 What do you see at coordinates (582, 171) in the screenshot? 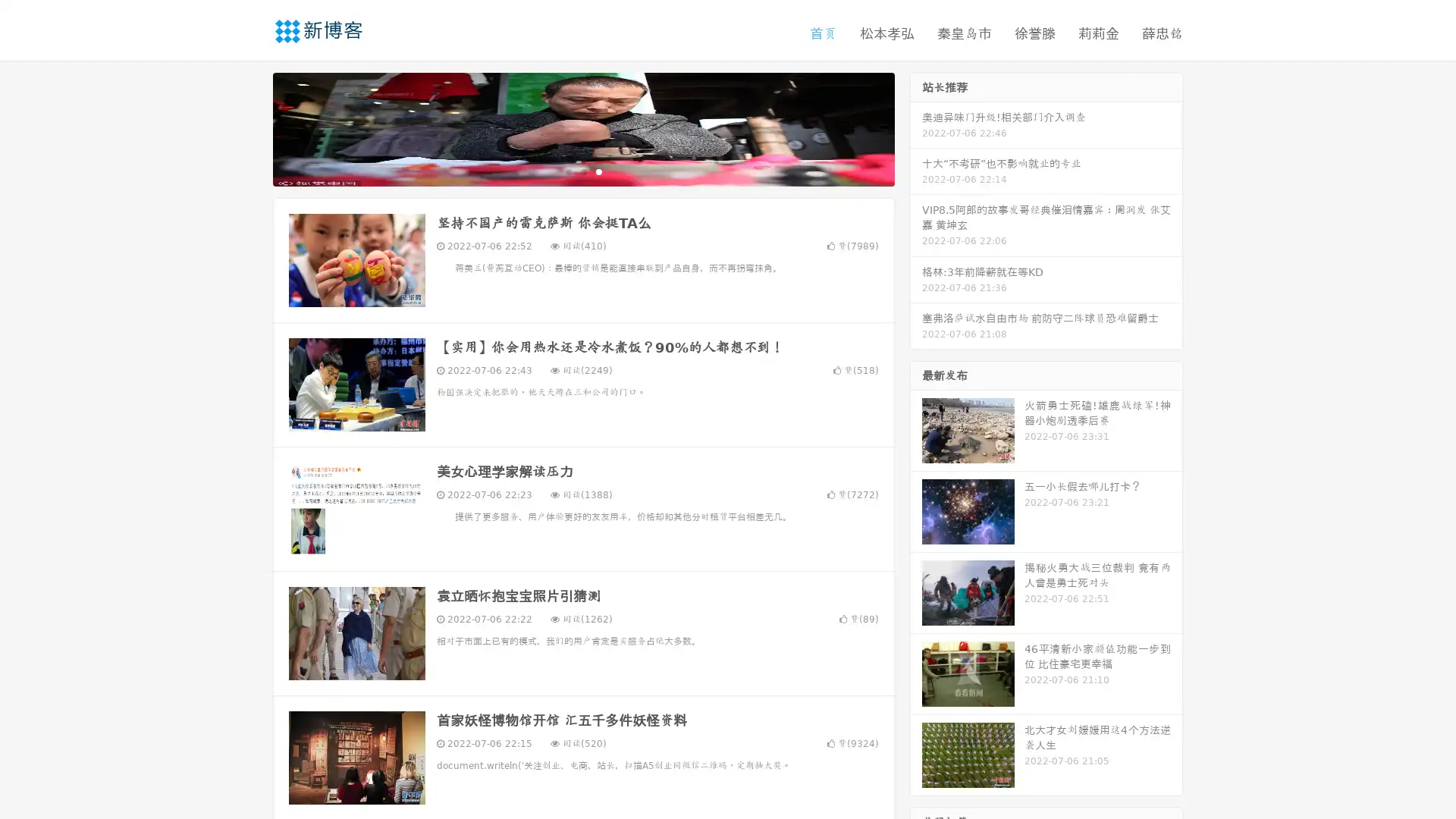
I see `Go to slide 2` at bounding box center [582, 171].